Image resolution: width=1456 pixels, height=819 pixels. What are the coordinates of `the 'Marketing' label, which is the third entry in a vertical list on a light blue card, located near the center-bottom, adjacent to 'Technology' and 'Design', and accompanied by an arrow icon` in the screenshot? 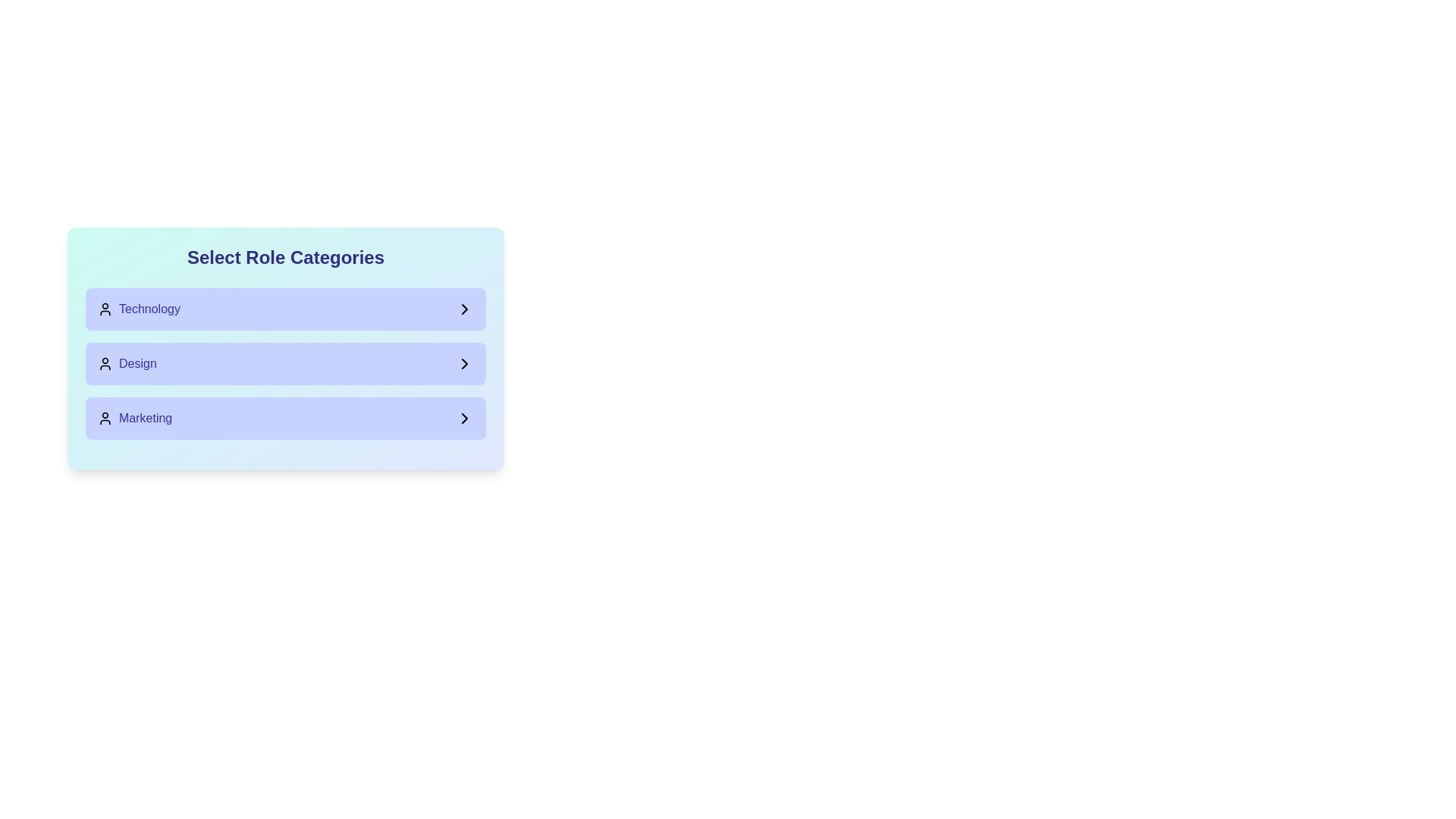 It's located at (146, 418).